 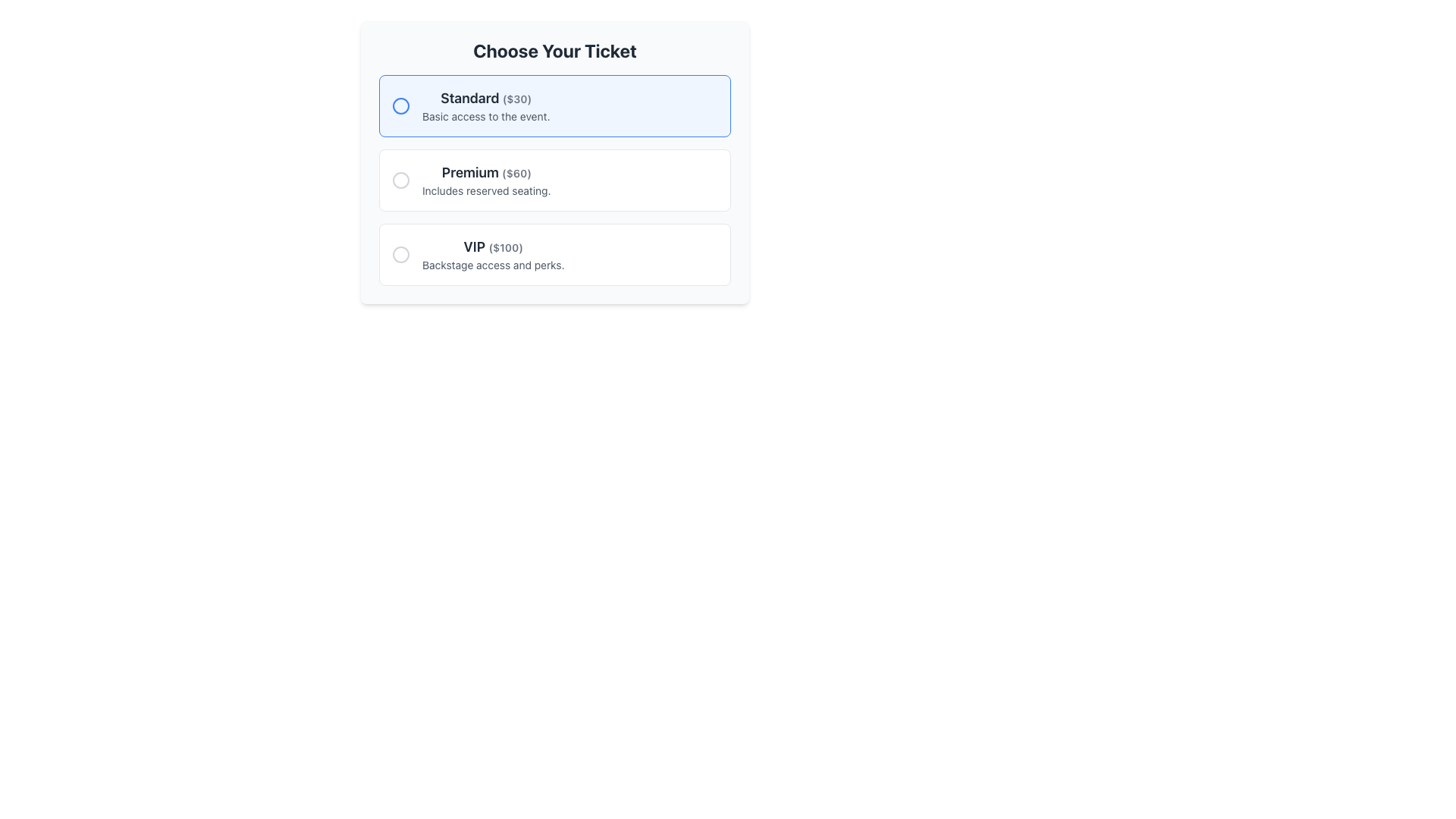 What do you see at coordinates (400, 180) in the screenshot?
I see `the circular radio button associated with the 'Premium ($60)' ticket option` at bounding box center [400, 180].